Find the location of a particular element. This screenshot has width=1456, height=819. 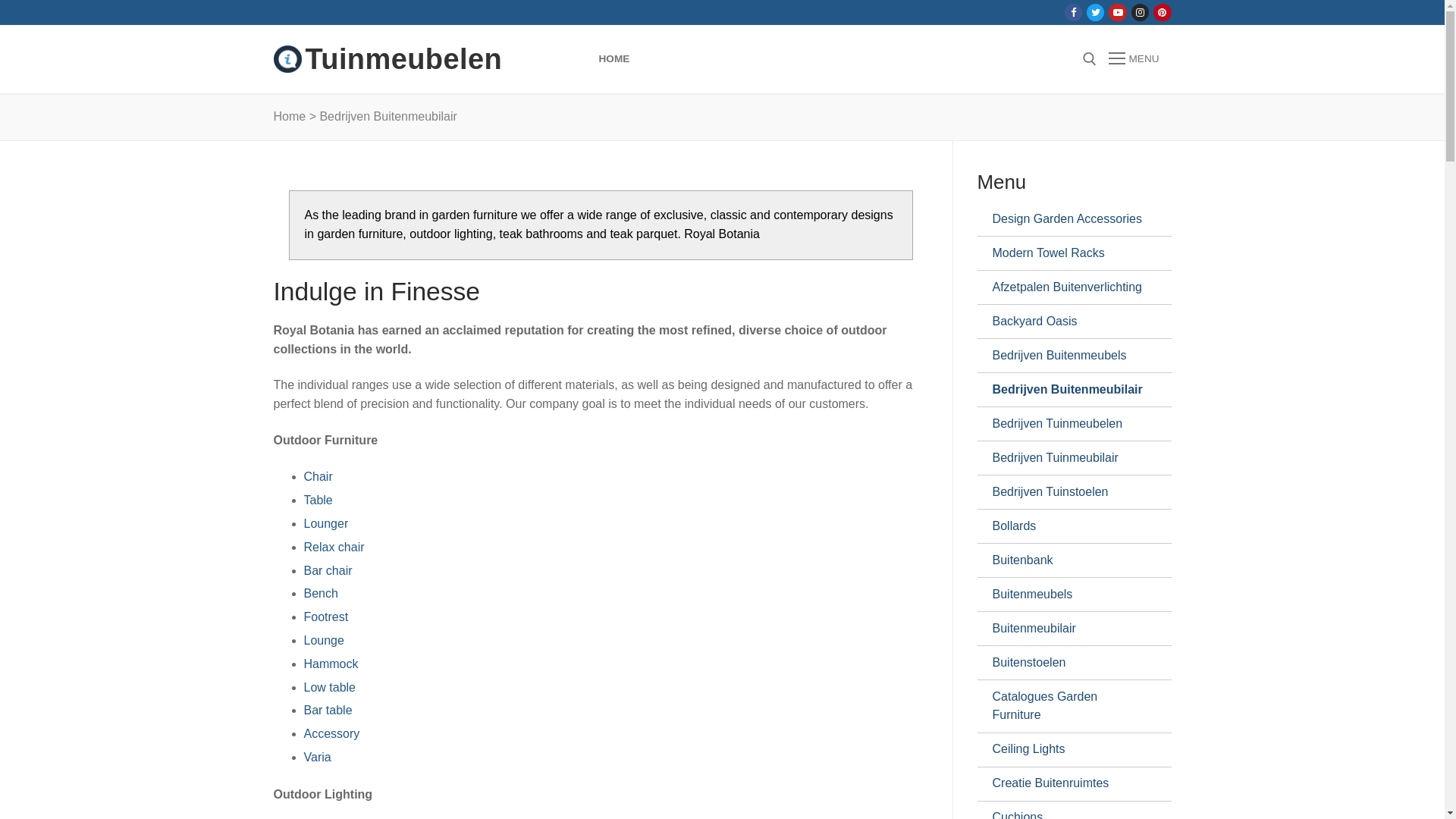

'Pinterest' is located at coordinates (1156, 12).